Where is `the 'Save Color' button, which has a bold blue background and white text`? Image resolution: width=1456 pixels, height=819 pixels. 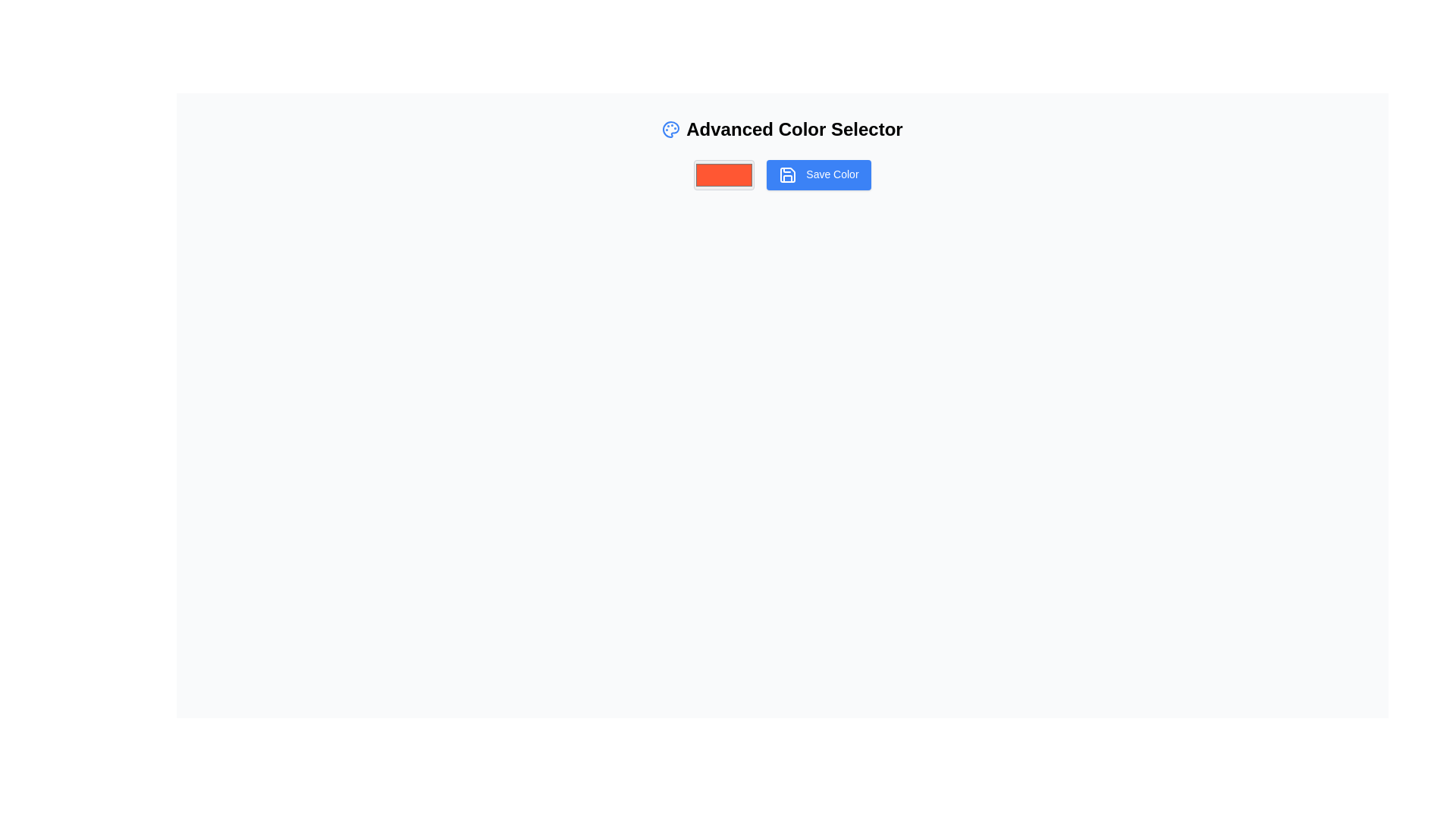
the 'Save Color' button, which has a bold blue background and white text is located at coordinates (783, 174).